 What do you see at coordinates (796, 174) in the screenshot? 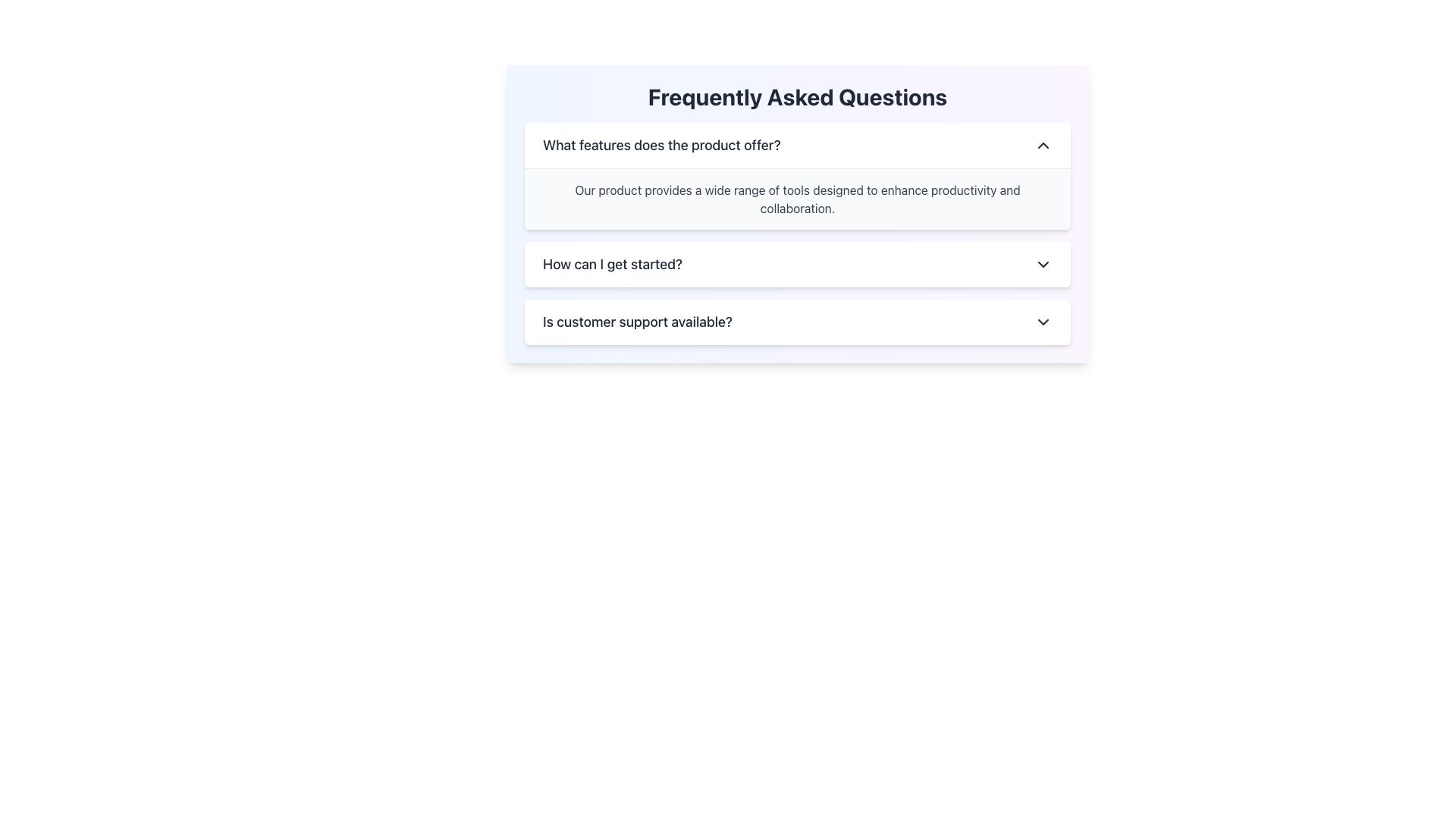
I see `the first FAQ entry under 'Frequently Asked Questions' to read its descriptive content` at bounding box center [796, 174].